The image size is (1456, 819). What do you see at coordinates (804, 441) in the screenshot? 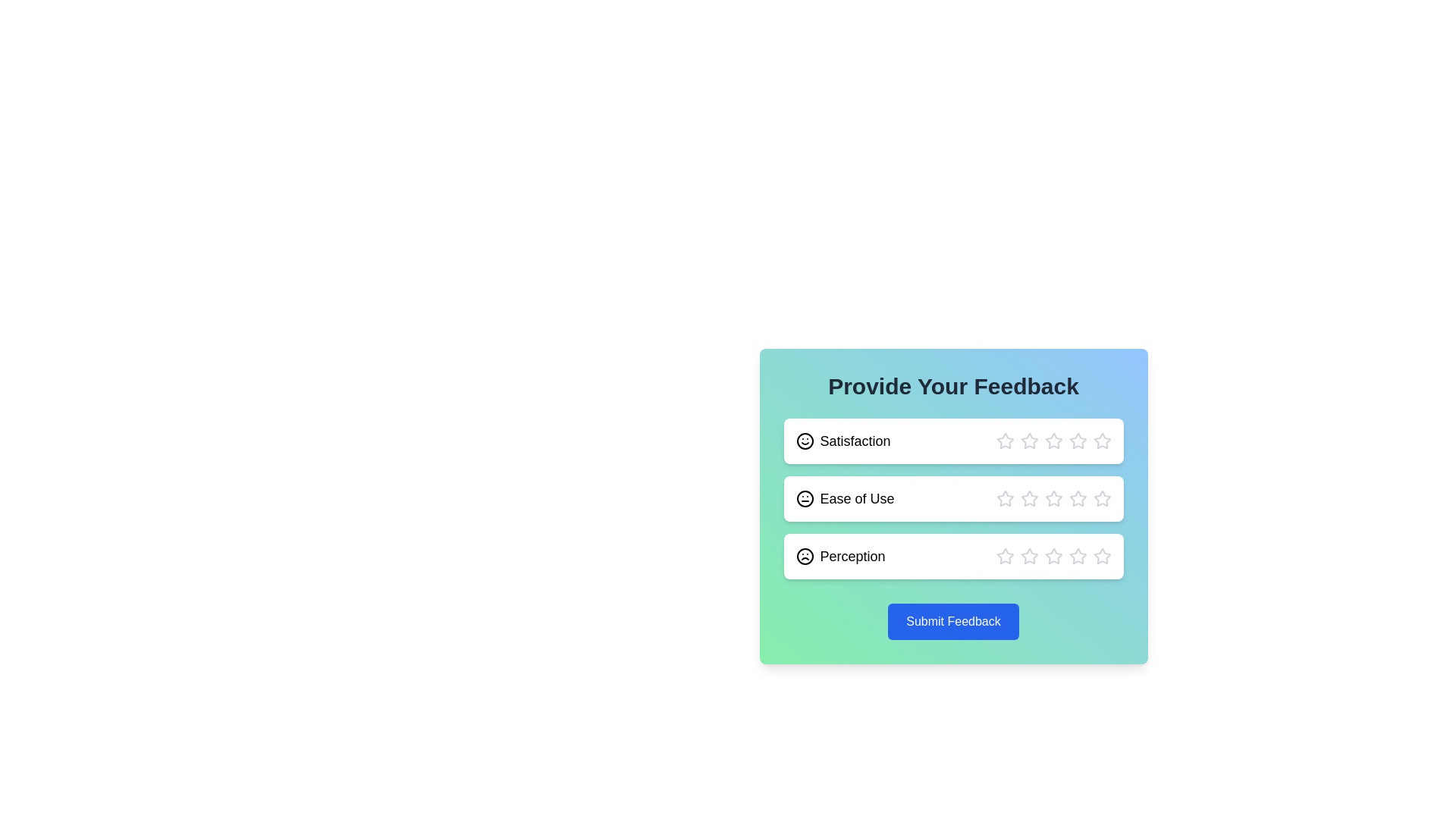
I see `the icon next to the category 'Satisfaction'` at bounding box center [804, 441].